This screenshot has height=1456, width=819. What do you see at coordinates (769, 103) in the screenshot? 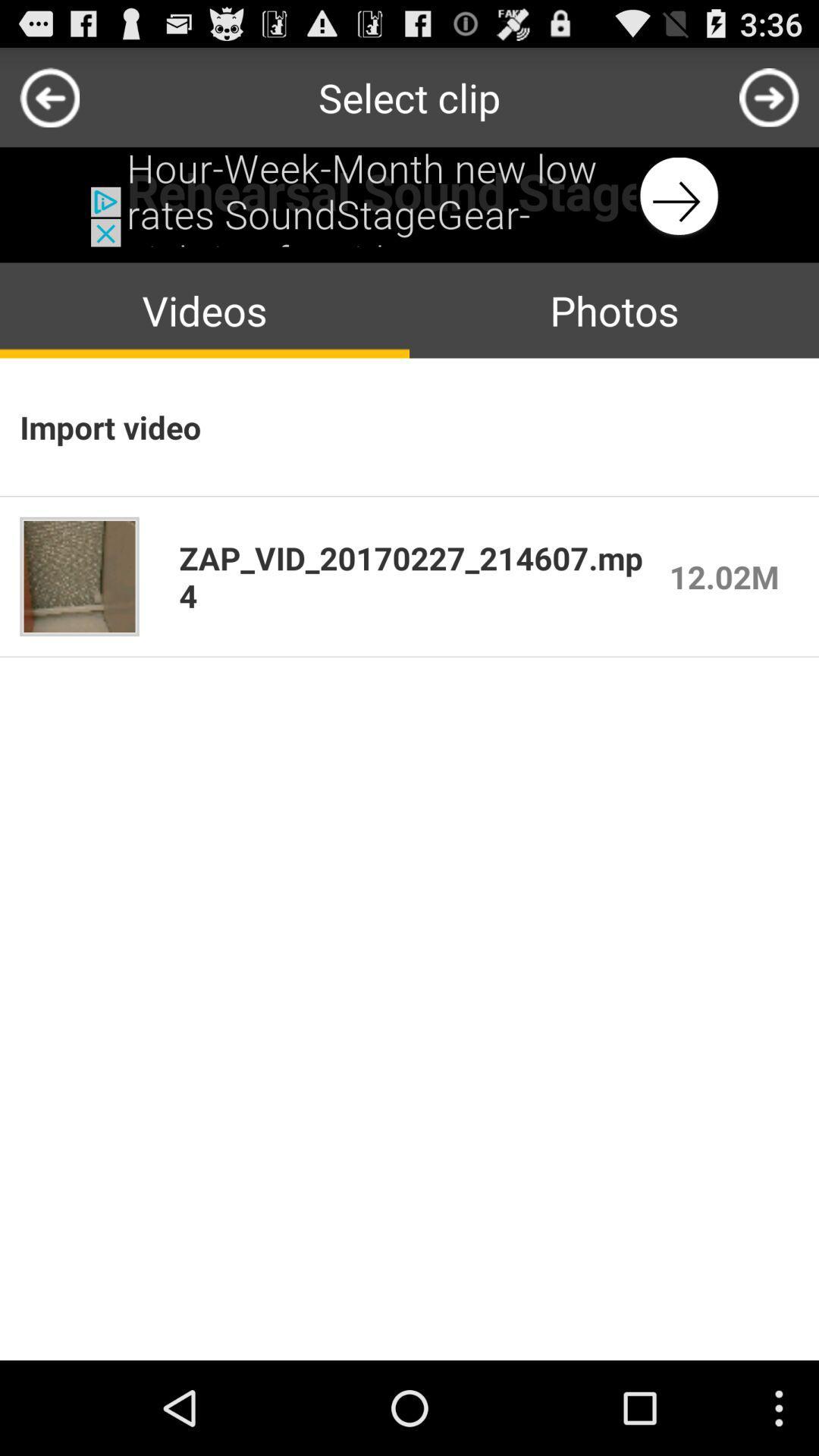
I see `the arrow_forward icon` at bounding box center [769, 103].